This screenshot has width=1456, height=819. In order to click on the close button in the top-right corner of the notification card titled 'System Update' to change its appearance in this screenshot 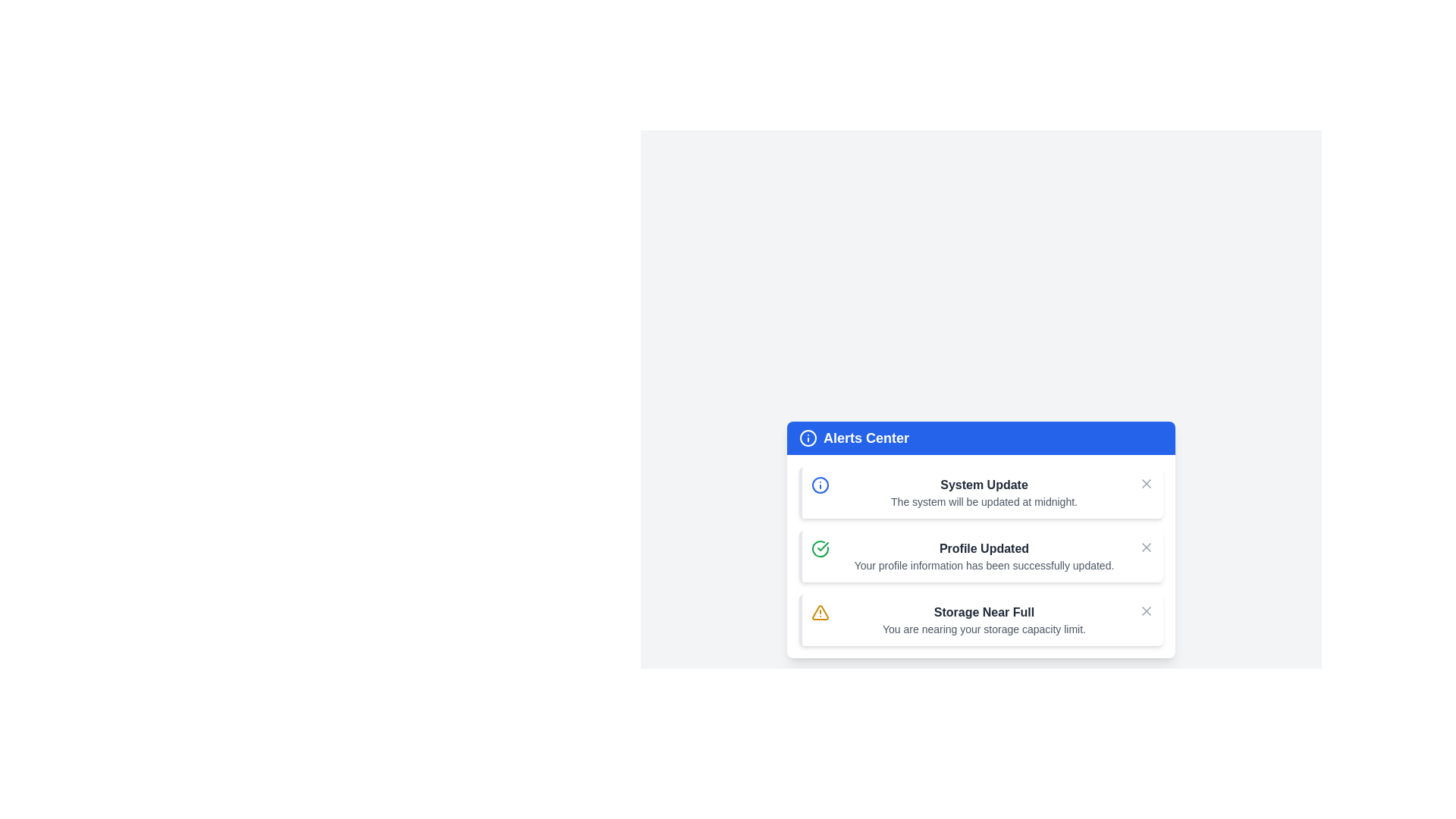, I will do `click(1147, 483)`.